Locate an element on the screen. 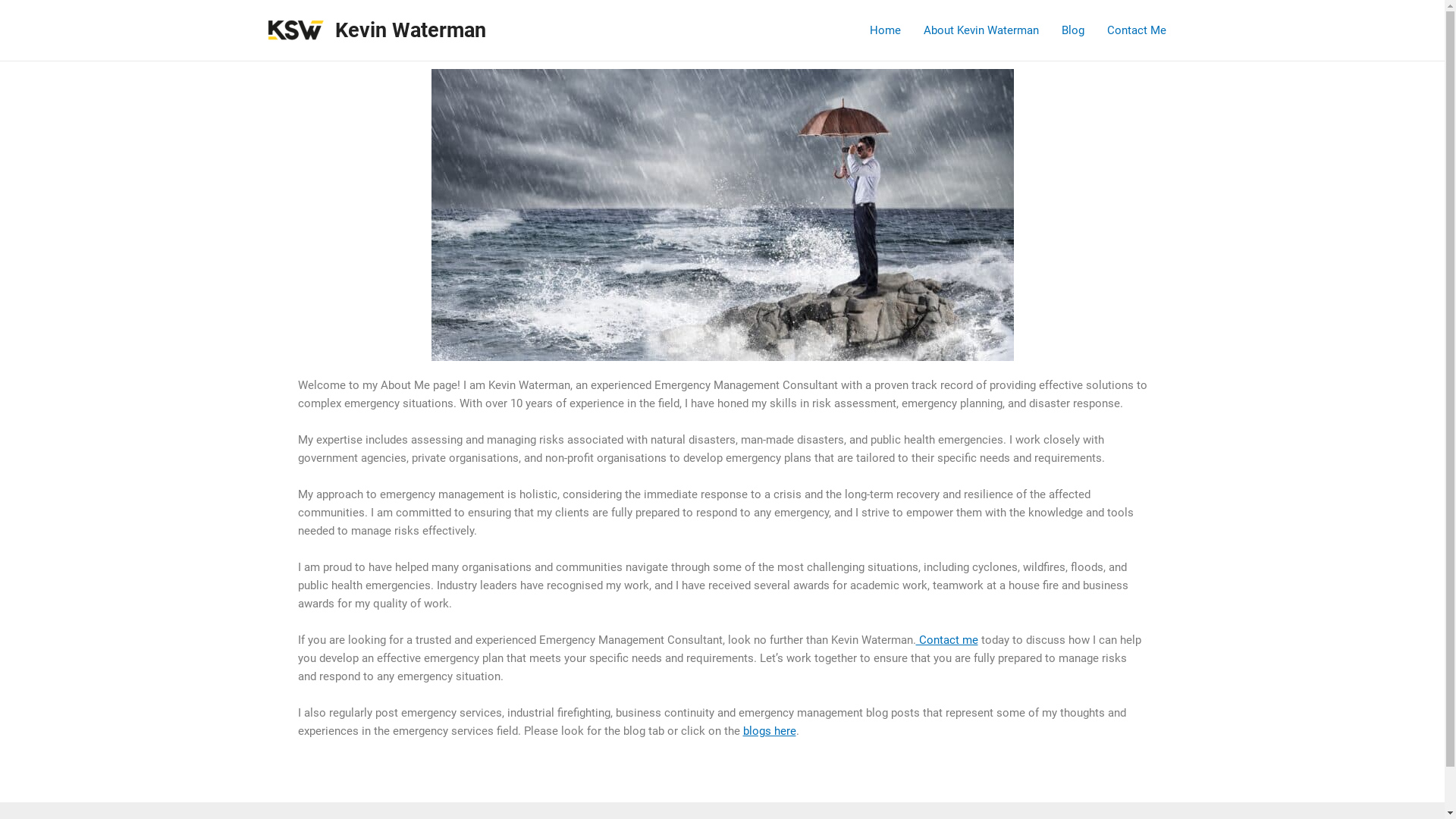  'Home' is located at coordinates (885, 30).